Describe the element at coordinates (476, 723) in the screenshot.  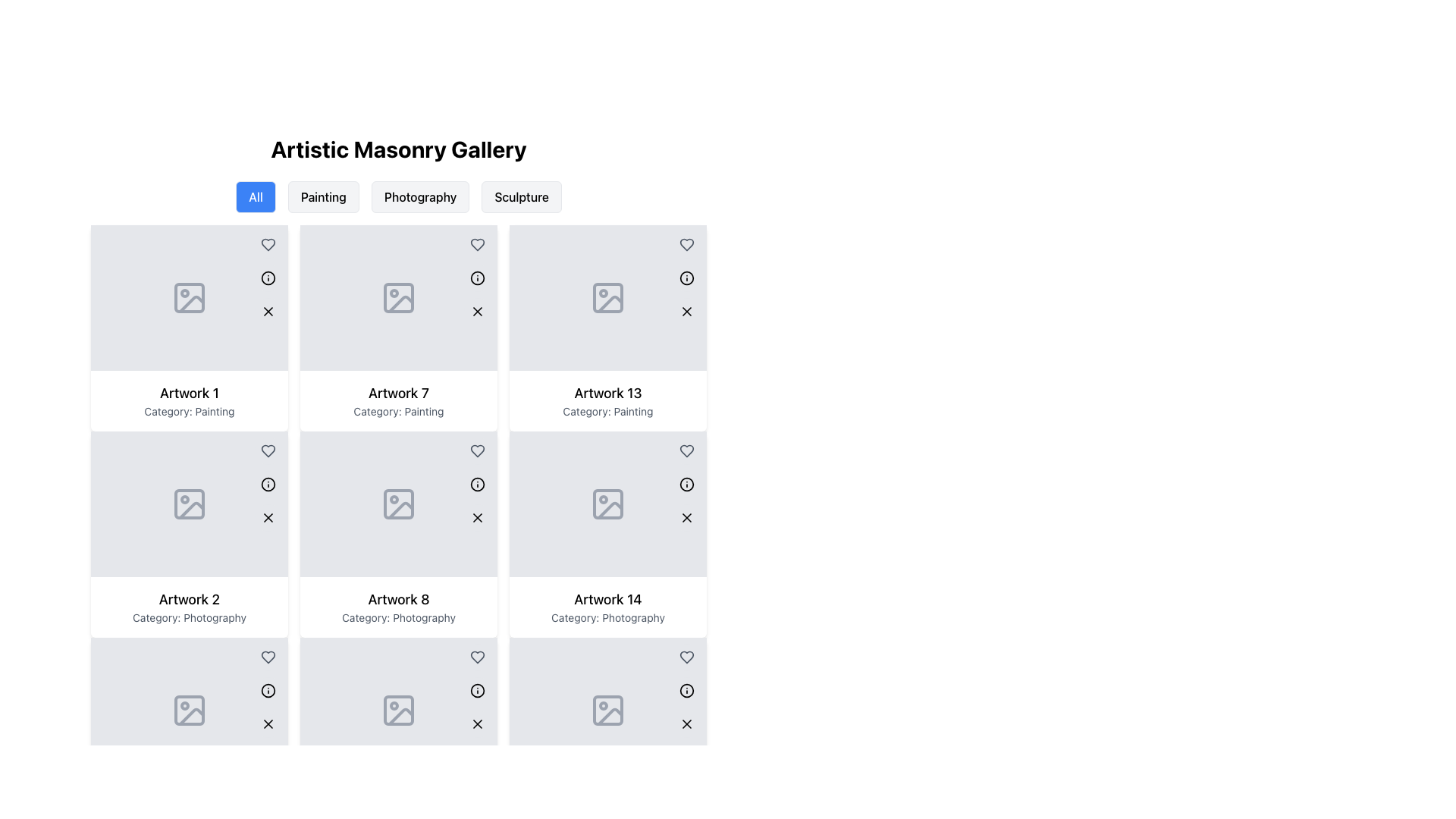
I see `the circular close button with a gray background and black 'X' symbol located at the bottom of the icon list on the 'Artwork 8' card` at that location.